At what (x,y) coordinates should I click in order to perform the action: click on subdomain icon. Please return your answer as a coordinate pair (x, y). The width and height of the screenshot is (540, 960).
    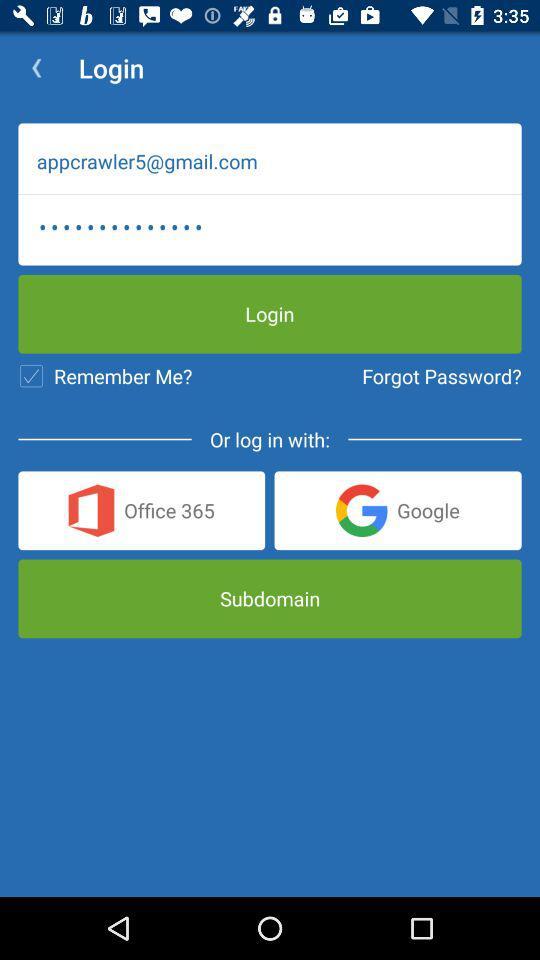
    Looking at the image, I should click on (270, 598).